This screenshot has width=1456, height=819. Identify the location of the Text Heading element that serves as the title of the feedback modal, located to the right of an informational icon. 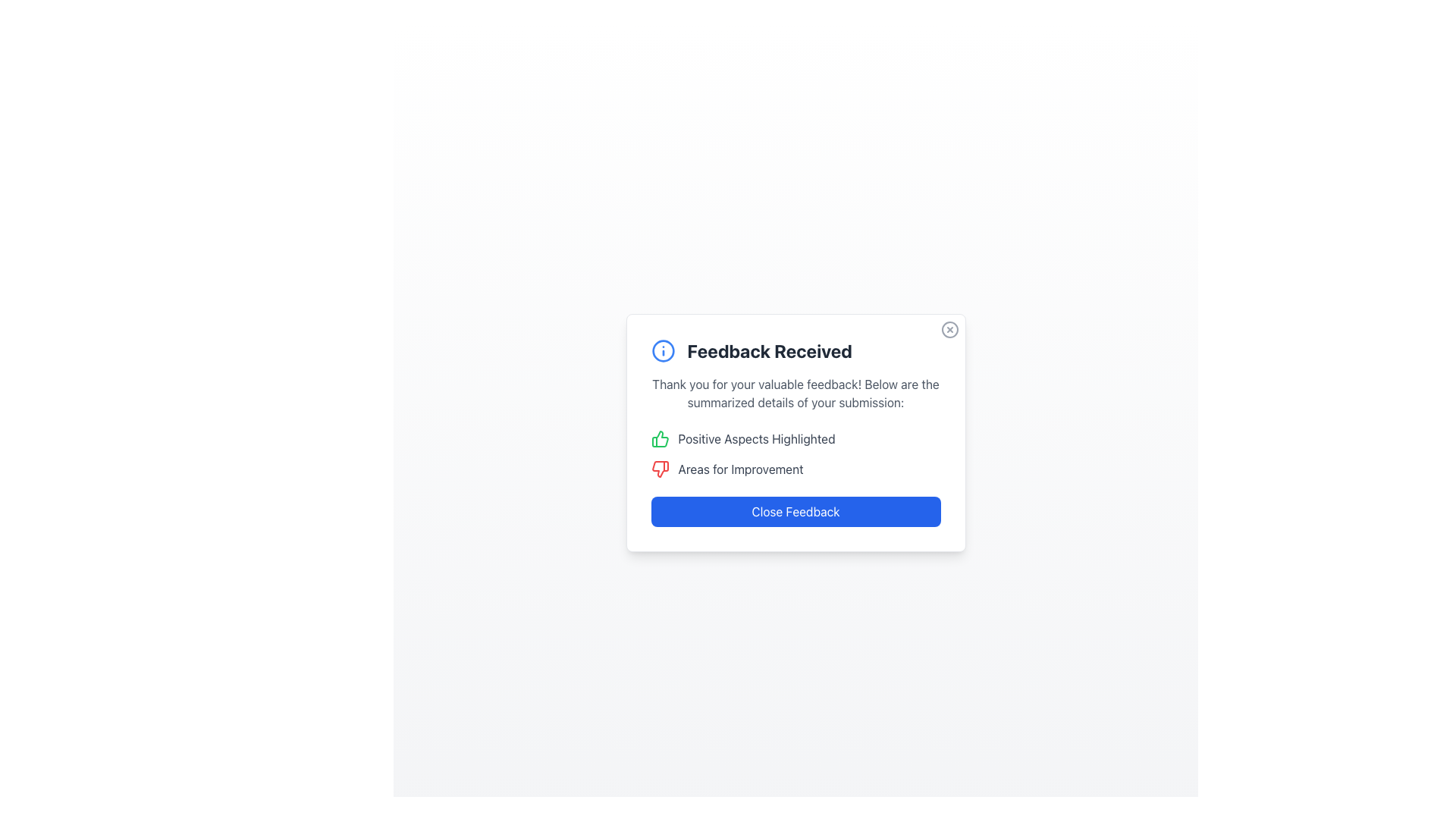
(770, 350).